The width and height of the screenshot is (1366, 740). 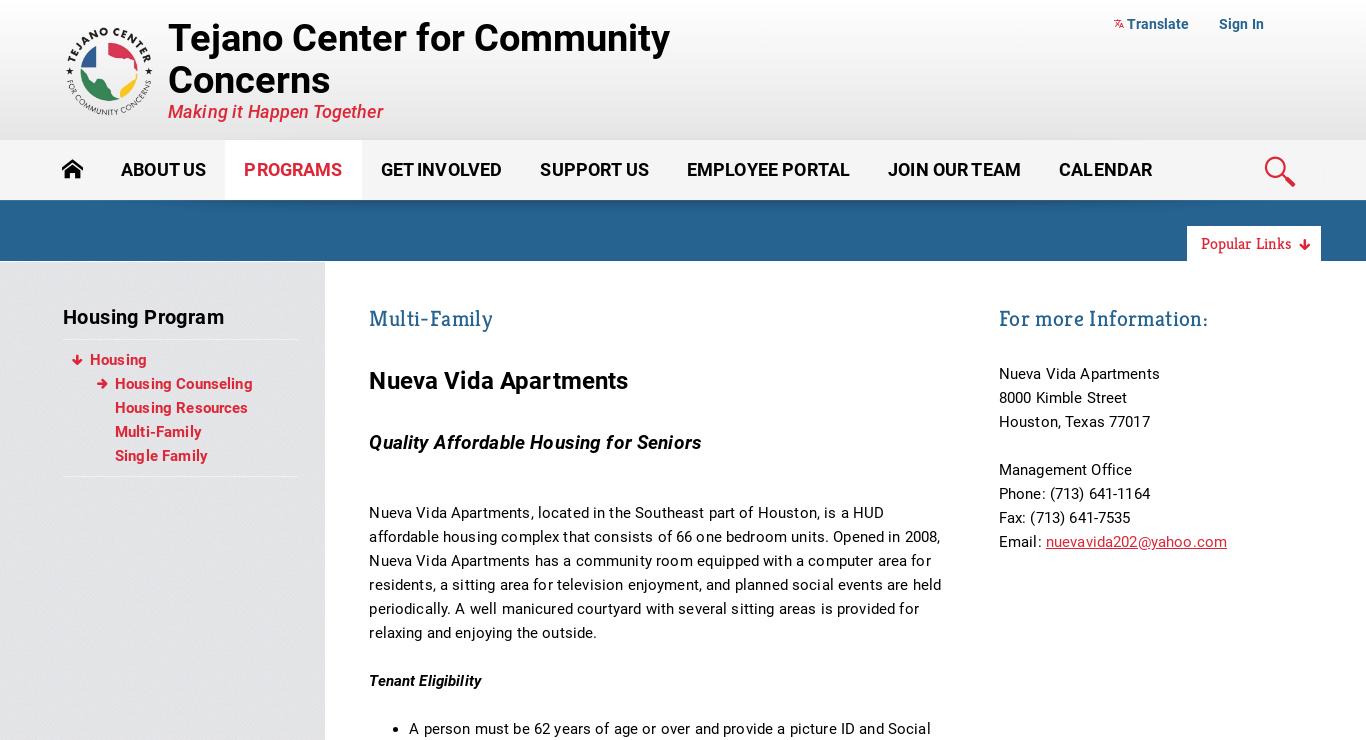 What do you see at coordinates (997, 469) in the screenshot?
I see `'Management Office'` at bounding box center [997, 469].